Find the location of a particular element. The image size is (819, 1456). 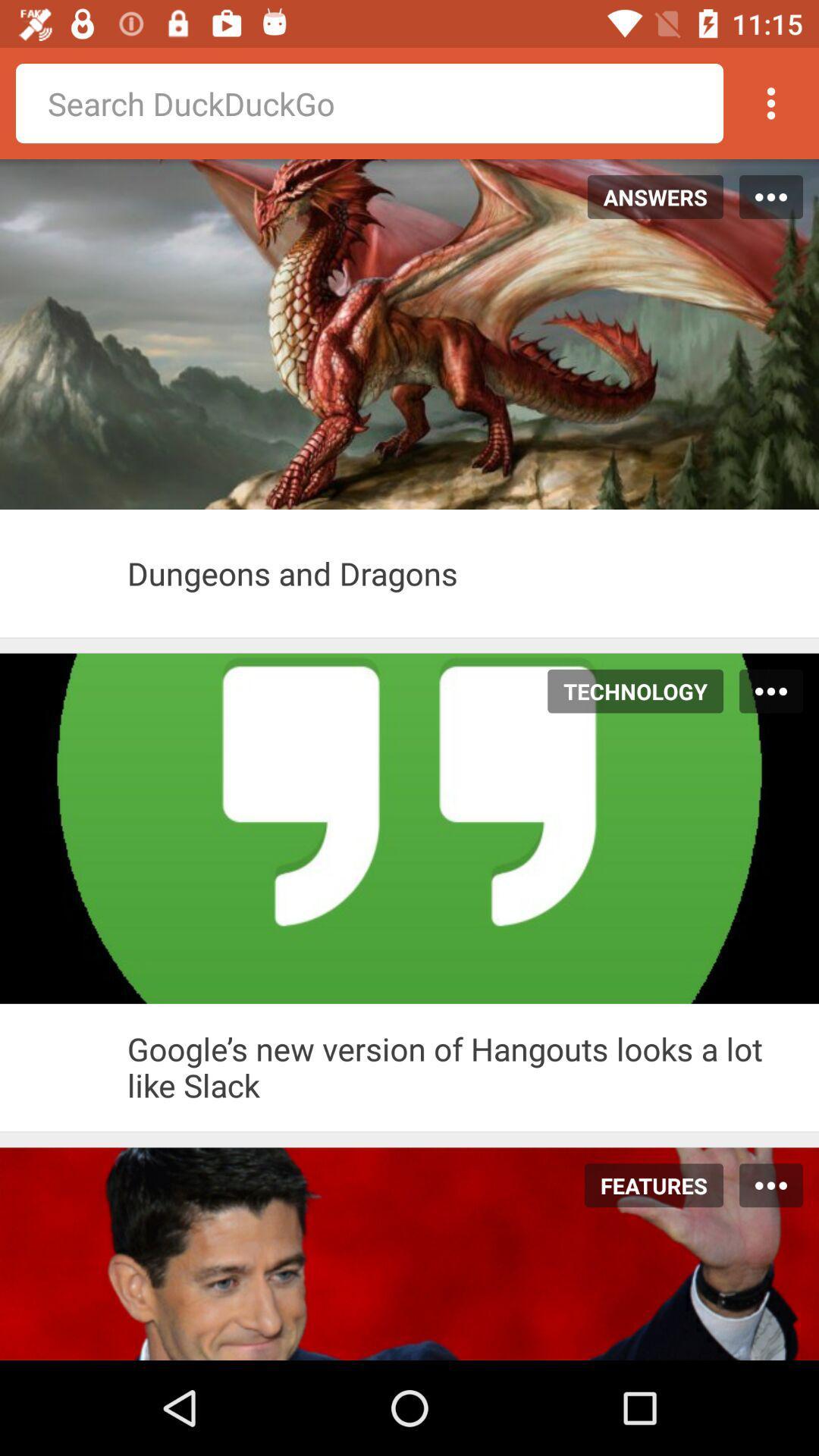

features is located at coordinates (646, 1185).